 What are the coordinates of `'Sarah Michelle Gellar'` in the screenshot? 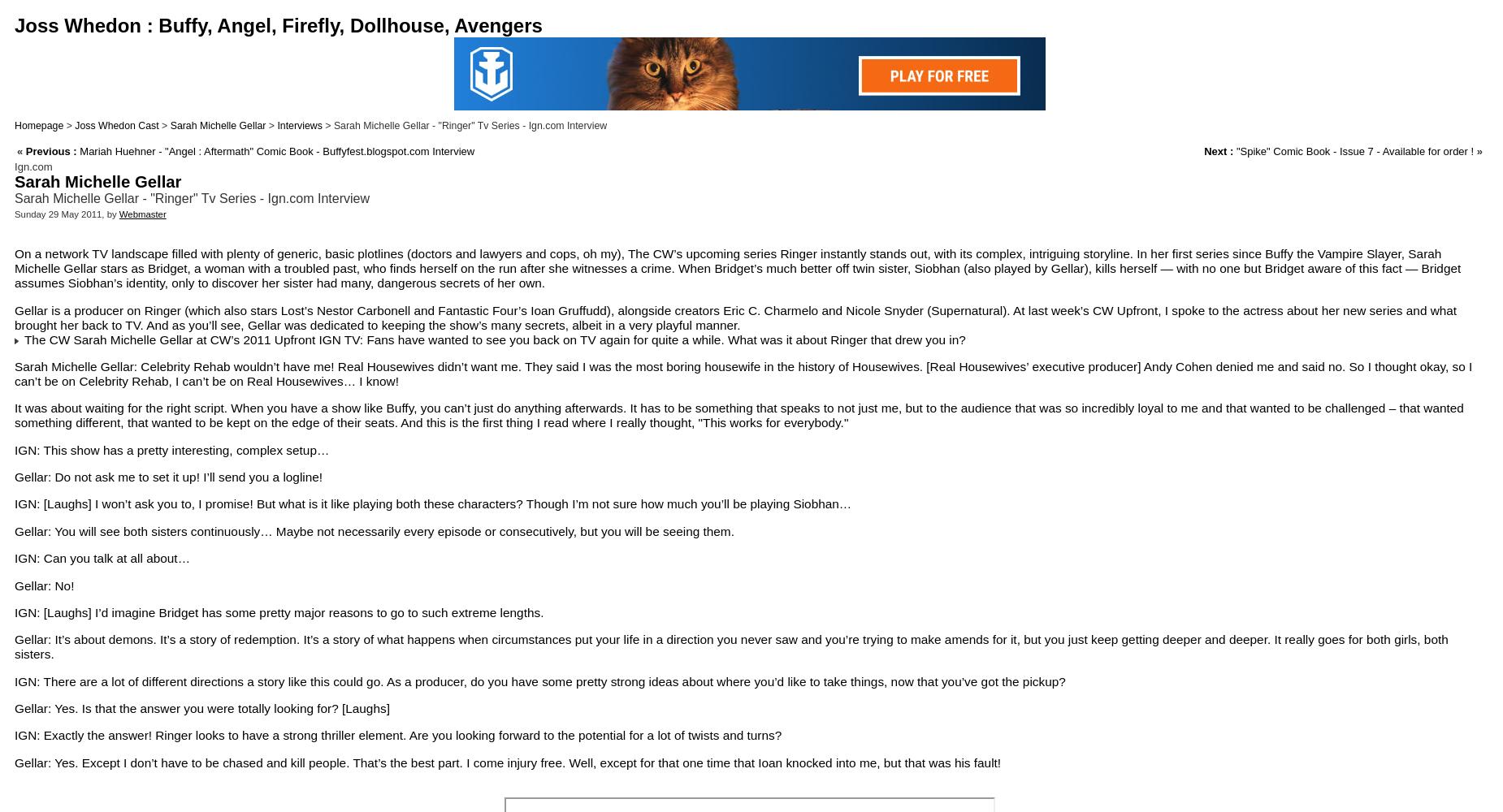 It's located at (169, 126).